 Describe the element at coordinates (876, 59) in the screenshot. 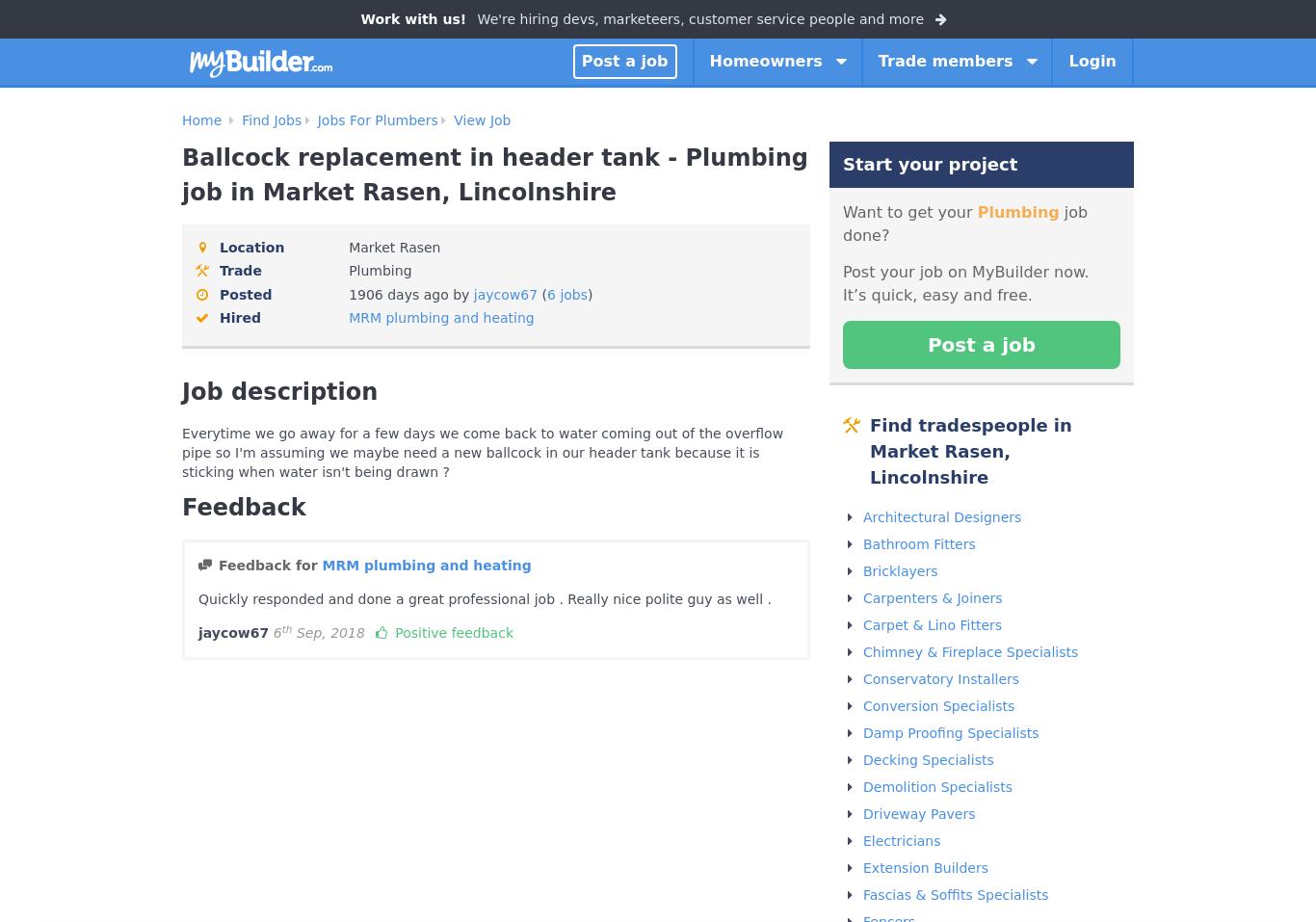

I see `'Trade members'` at that location.